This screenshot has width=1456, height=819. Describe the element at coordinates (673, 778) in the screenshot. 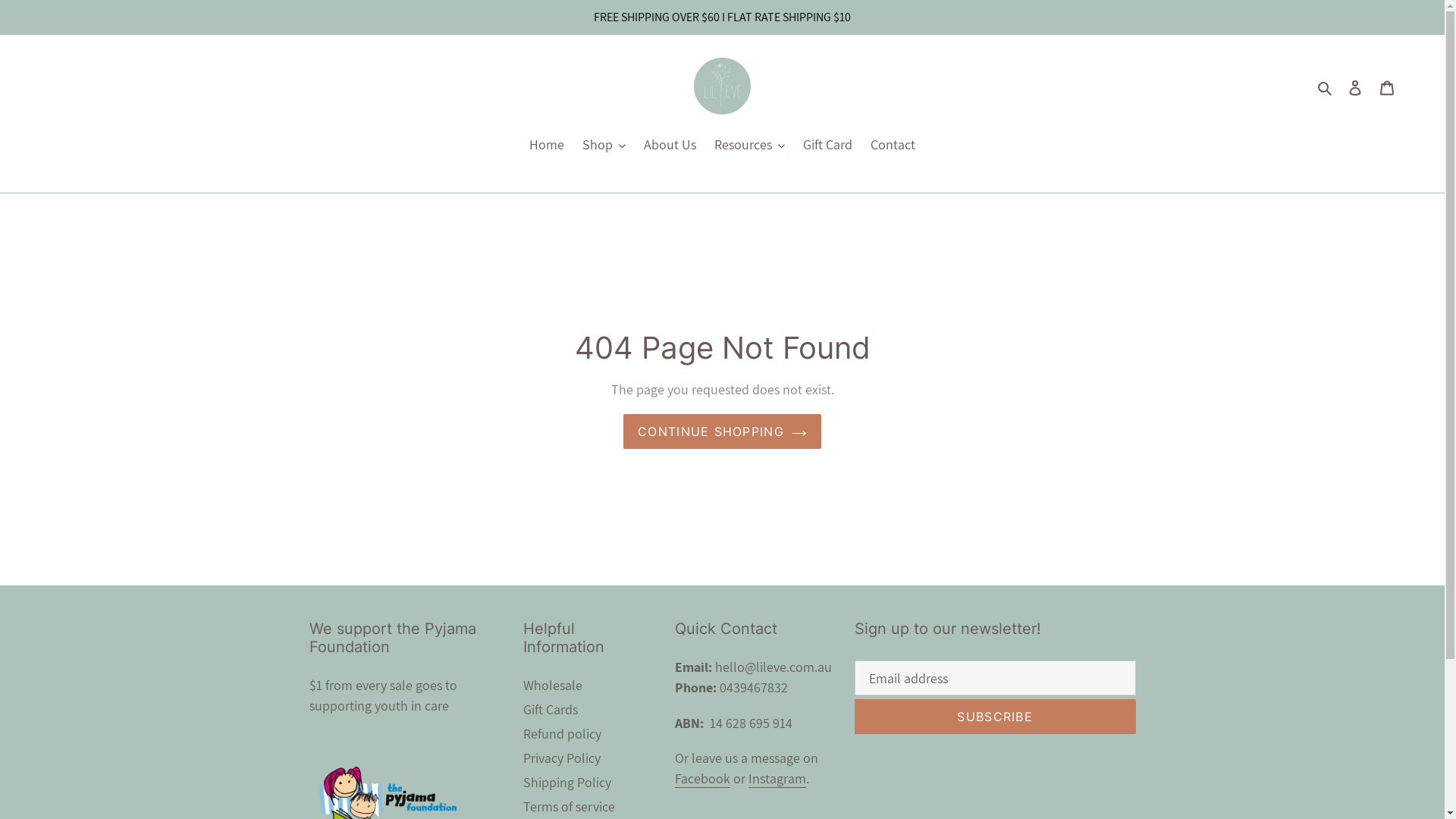

I see `'Facebook'` at that location.